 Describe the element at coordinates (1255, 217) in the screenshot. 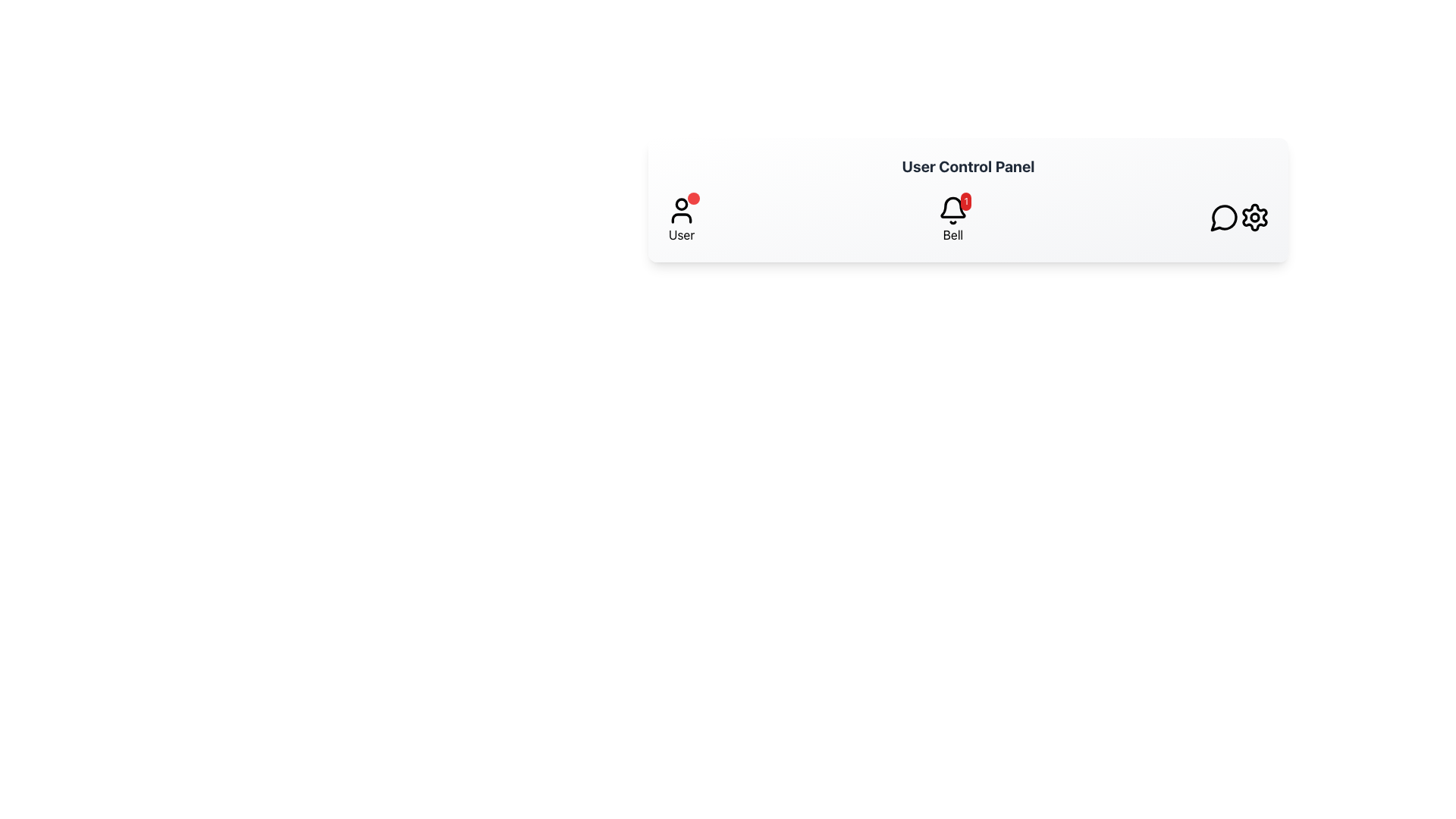

I see `the SVG Circle Element that serves as a visual indicator within the gear icon, indicating an active state or alert, located at the far-right side of the control panel` at that location.